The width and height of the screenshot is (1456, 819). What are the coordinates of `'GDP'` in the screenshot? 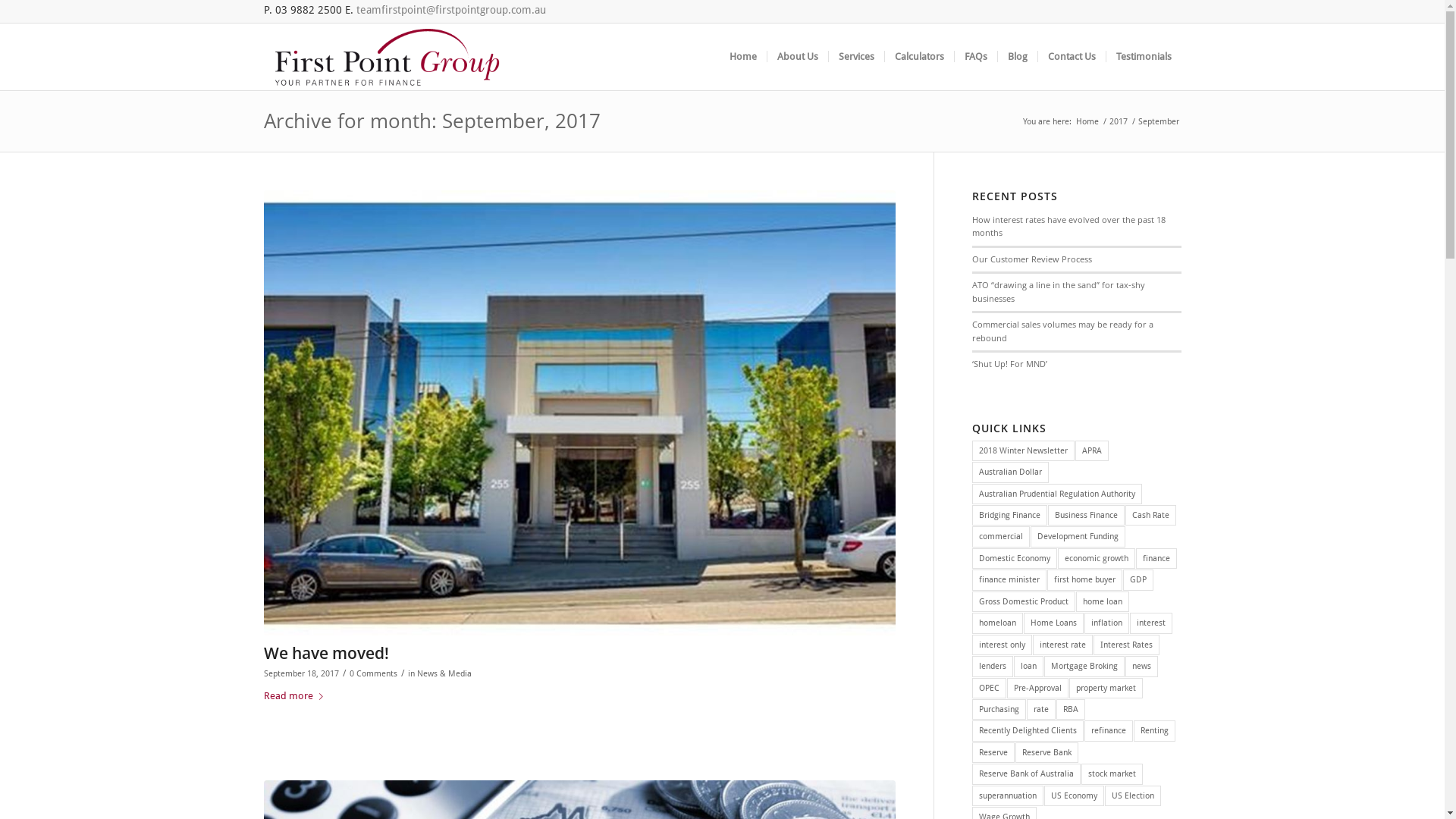 It's located at (1138, 579).